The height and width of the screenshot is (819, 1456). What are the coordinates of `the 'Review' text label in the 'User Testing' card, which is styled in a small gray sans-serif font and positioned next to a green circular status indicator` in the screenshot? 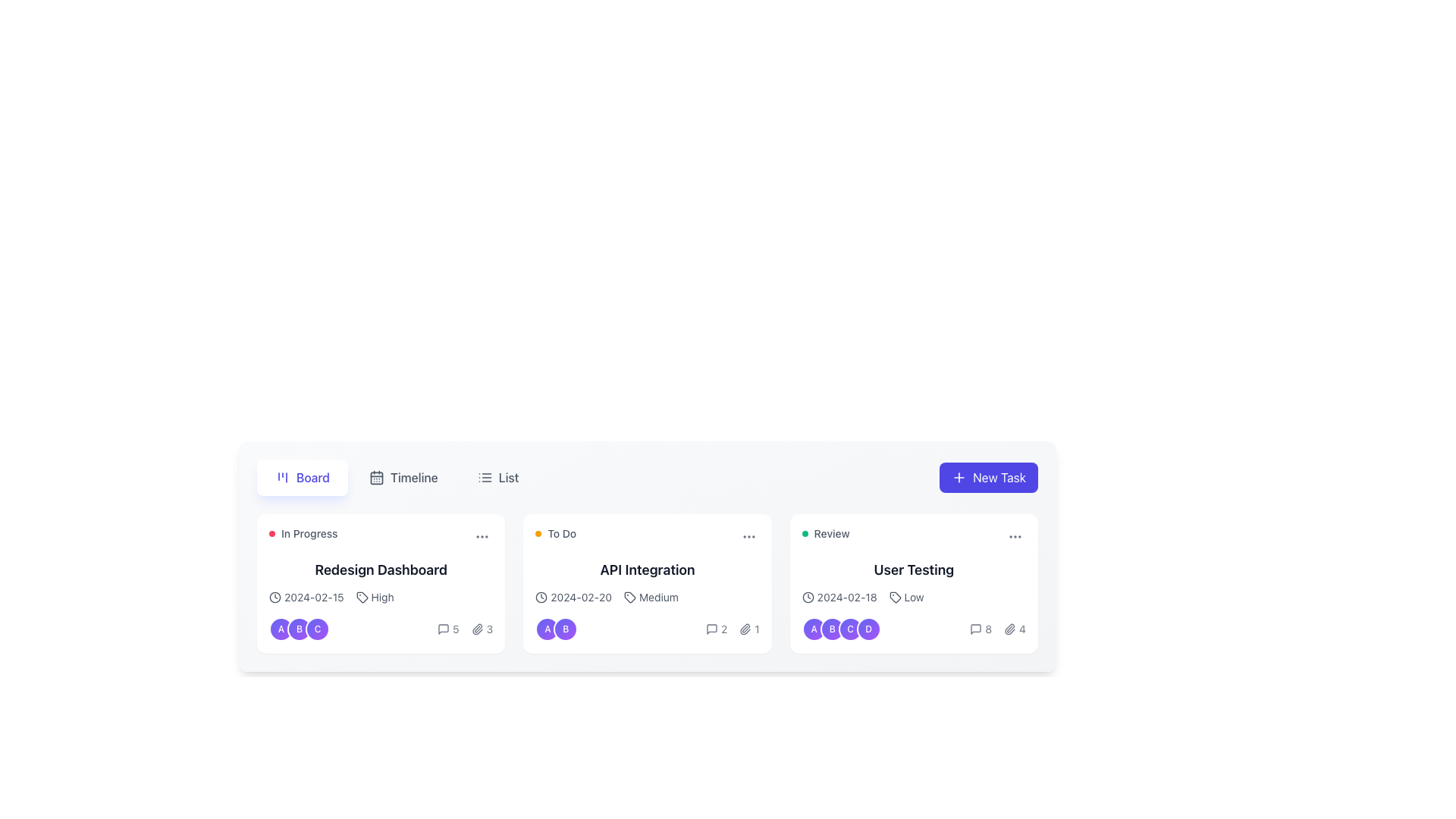 It's located at (831, 533).